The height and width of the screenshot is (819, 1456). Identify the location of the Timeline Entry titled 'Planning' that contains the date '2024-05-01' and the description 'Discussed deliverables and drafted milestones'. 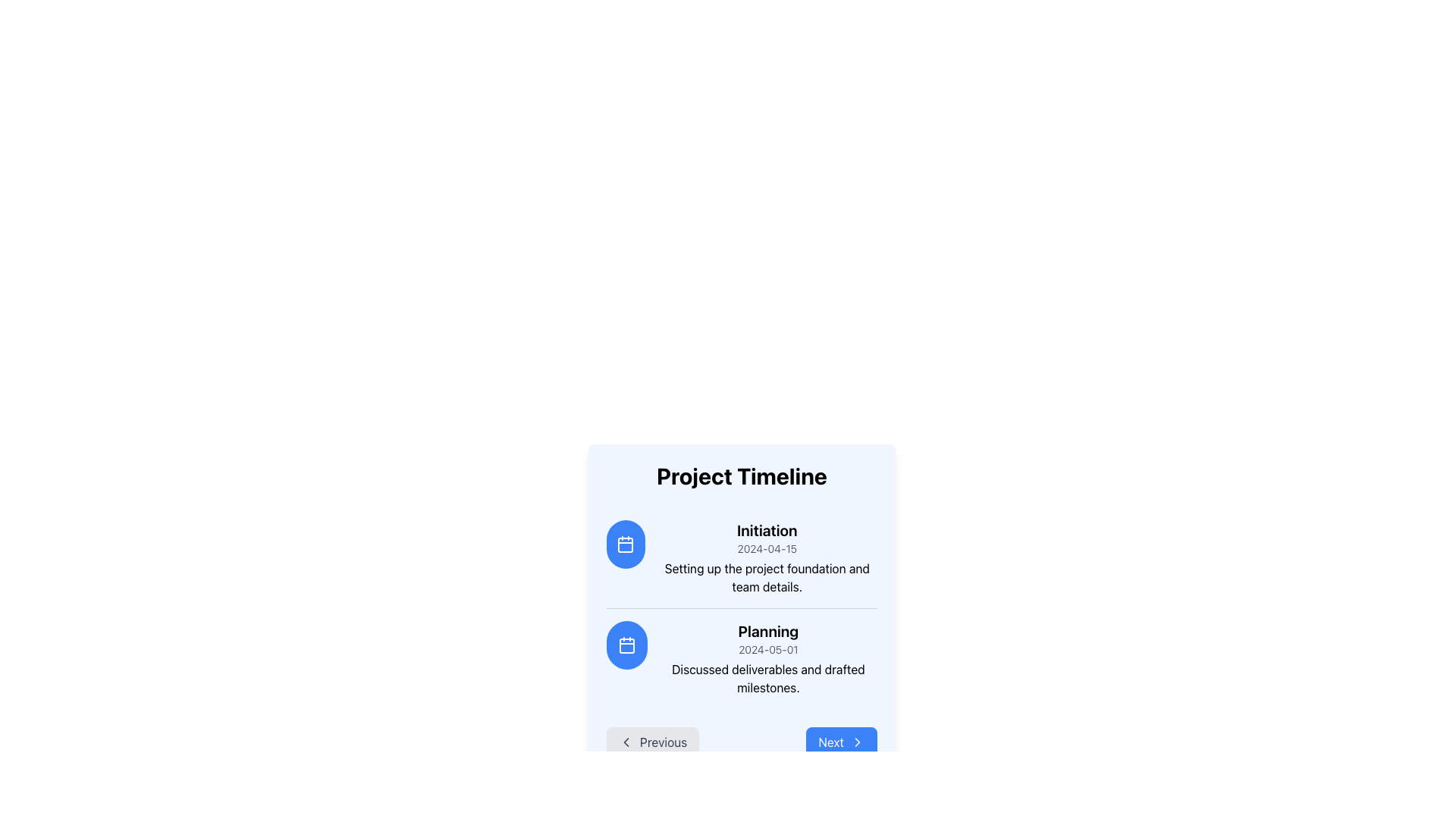
(742, 657).